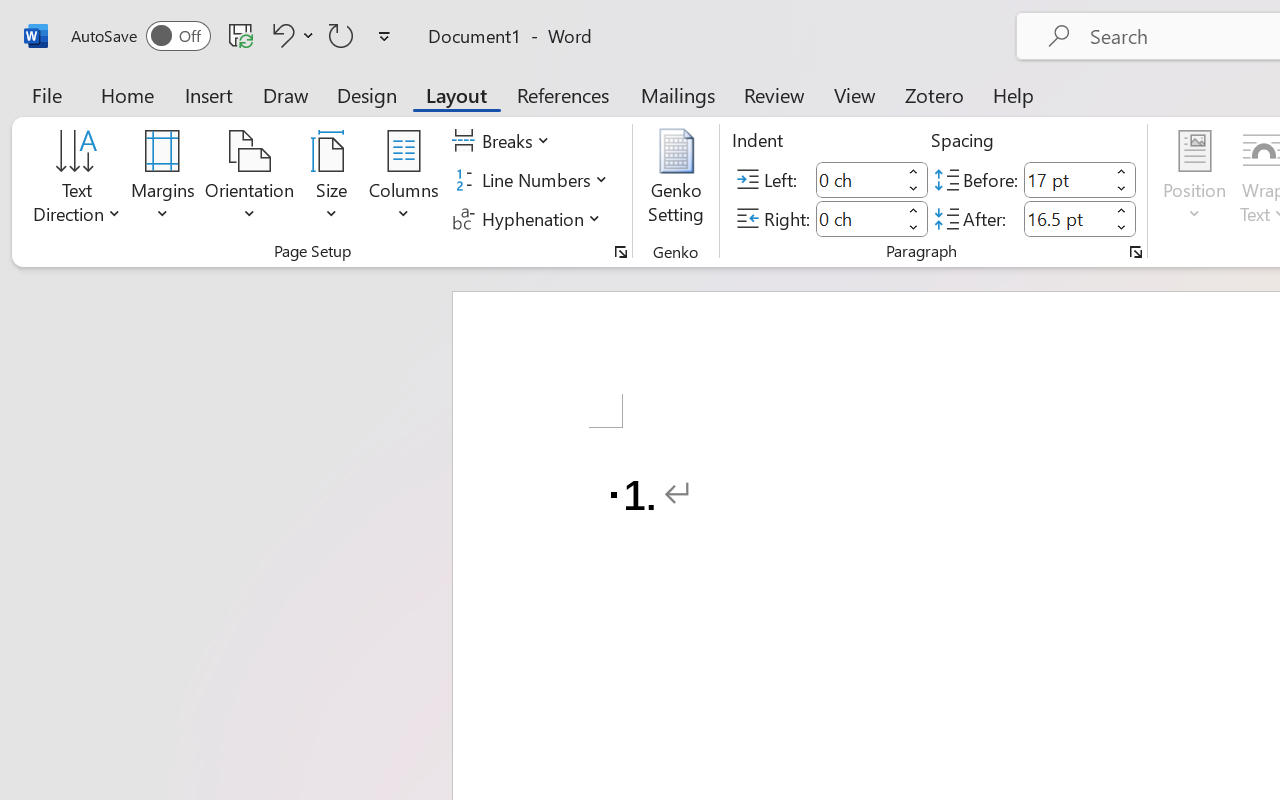 Image resolution: width=1280 pixels, height=800 pixels. Describe the element at coordinates (279, 34) in the screenshot. I see `'Undo Number Default'` at that location.